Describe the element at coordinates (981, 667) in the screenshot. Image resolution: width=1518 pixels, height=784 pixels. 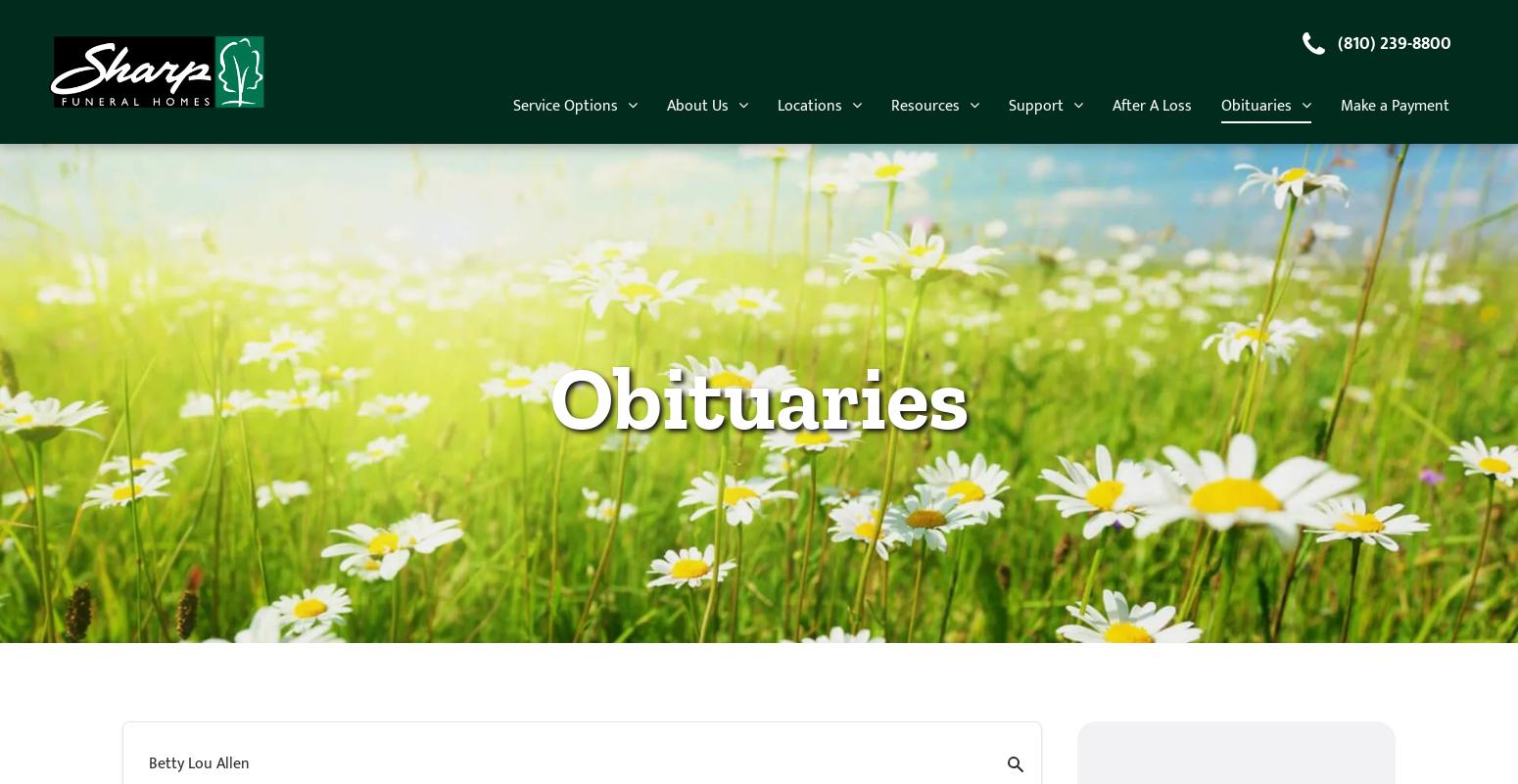
I see `'Social Security Benefits'` at that location.